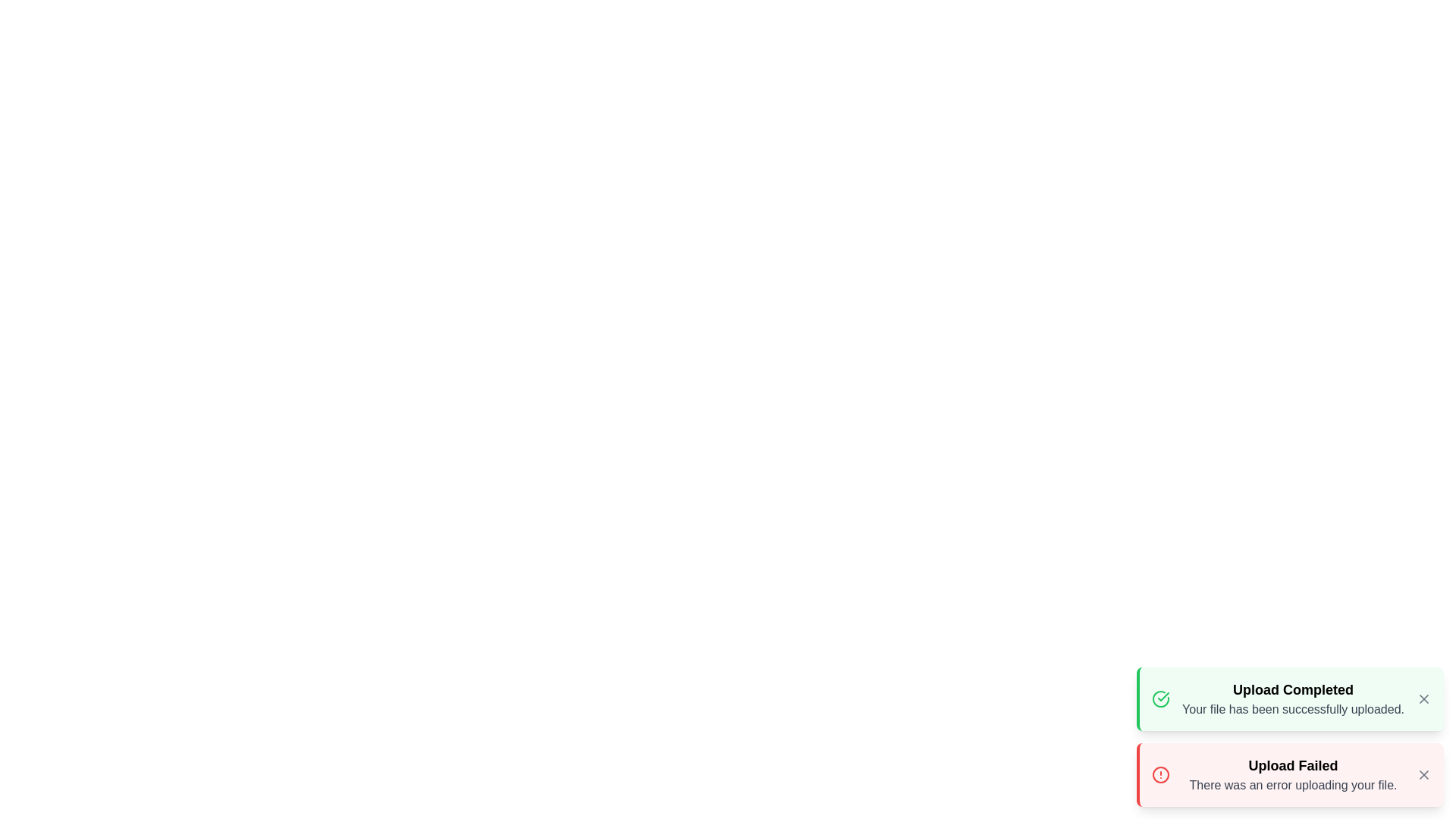 This screenshot has height=819, width=1456. What do you see at coordinates (1292, 690) in the screenshot?
I see `the static text label indicating successful upload completion located in the top line of the notification card` at bounding box center [1292, 690].